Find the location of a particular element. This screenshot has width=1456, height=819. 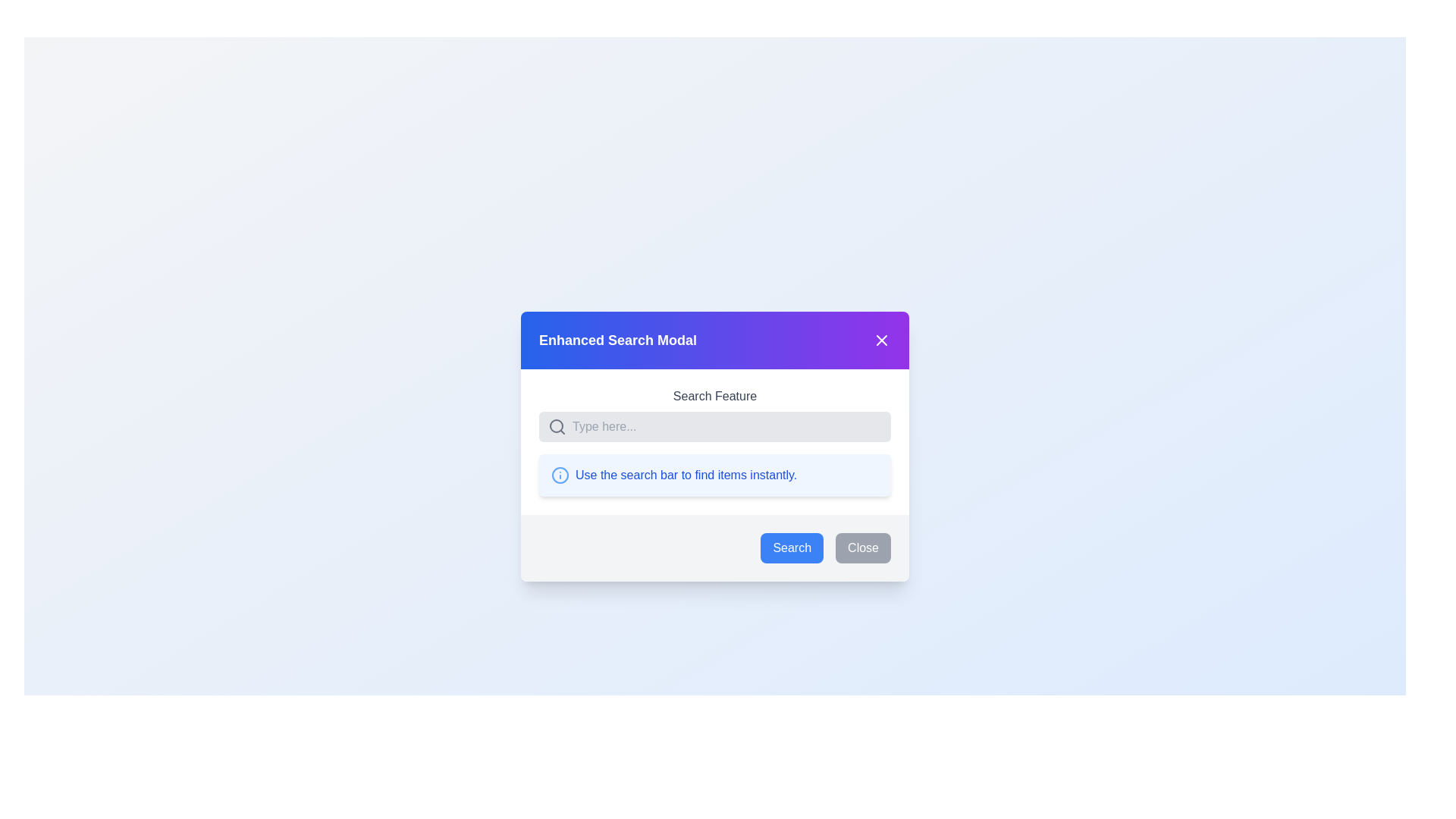

the inner circle of the search icon located within the search bar at the top-left of the 'Enhanced Search Modal' is located at coordinates (556, 426).